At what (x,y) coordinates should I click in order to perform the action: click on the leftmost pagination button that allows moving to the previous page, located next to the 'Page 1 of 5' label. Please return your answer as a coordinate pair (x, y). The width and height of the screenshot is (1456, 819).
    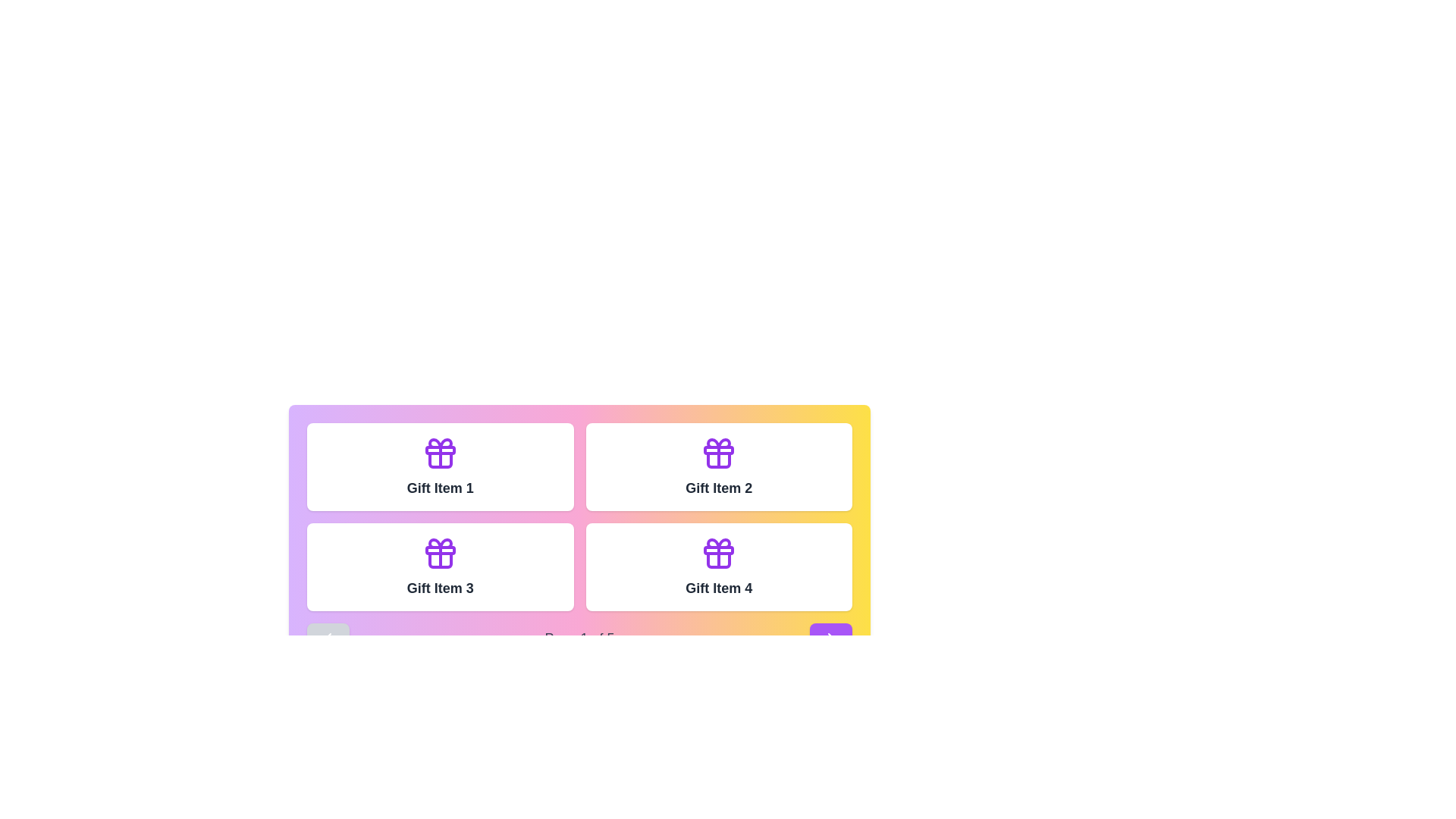
    Looking at the image, I should click on (327, 638).